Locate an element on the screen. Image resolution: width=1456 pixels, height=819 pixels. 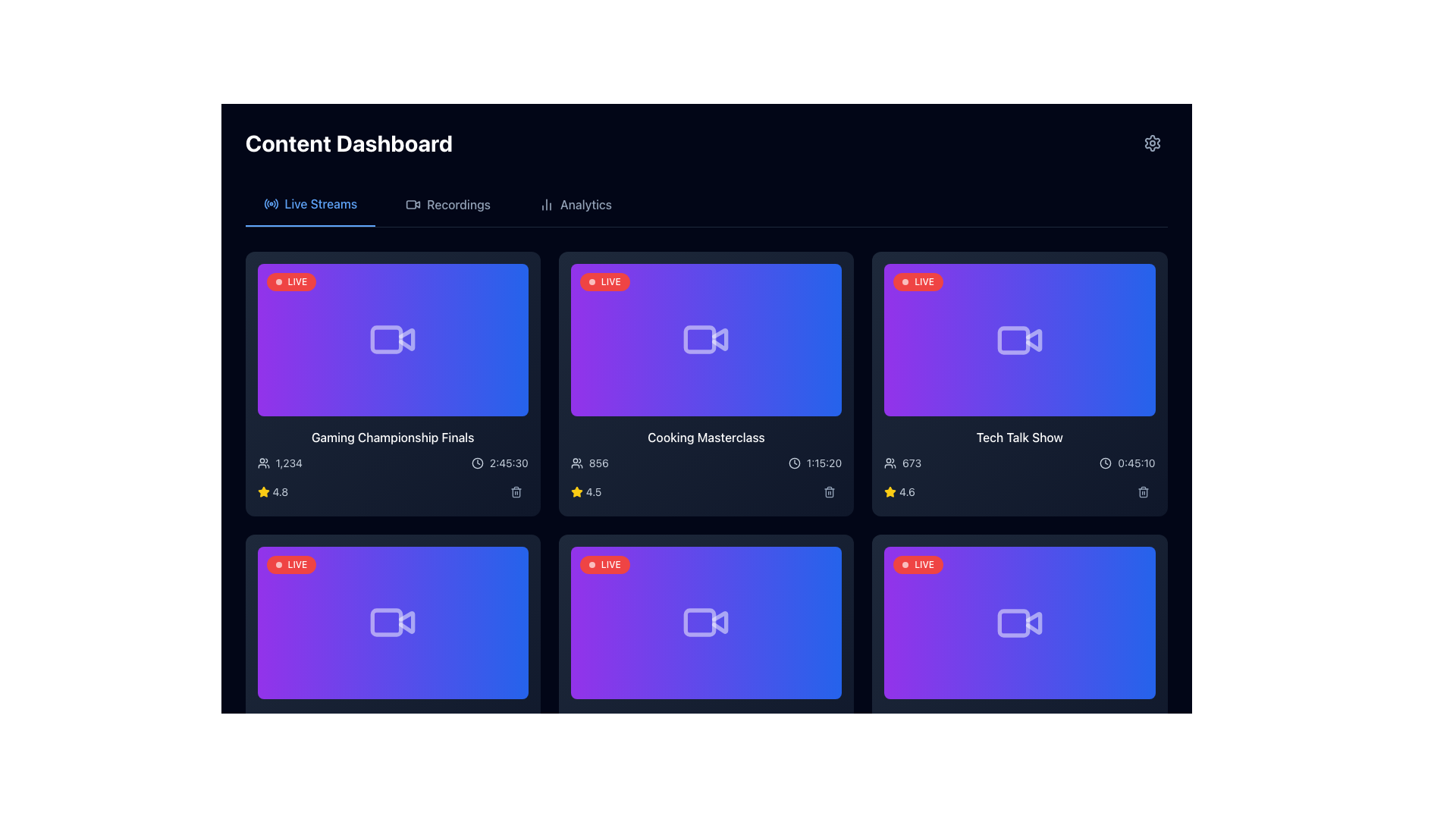
the delete icon button located in the bottom right corner of the 'Tech Talk Show' card is located at coordinates (1143, 491).